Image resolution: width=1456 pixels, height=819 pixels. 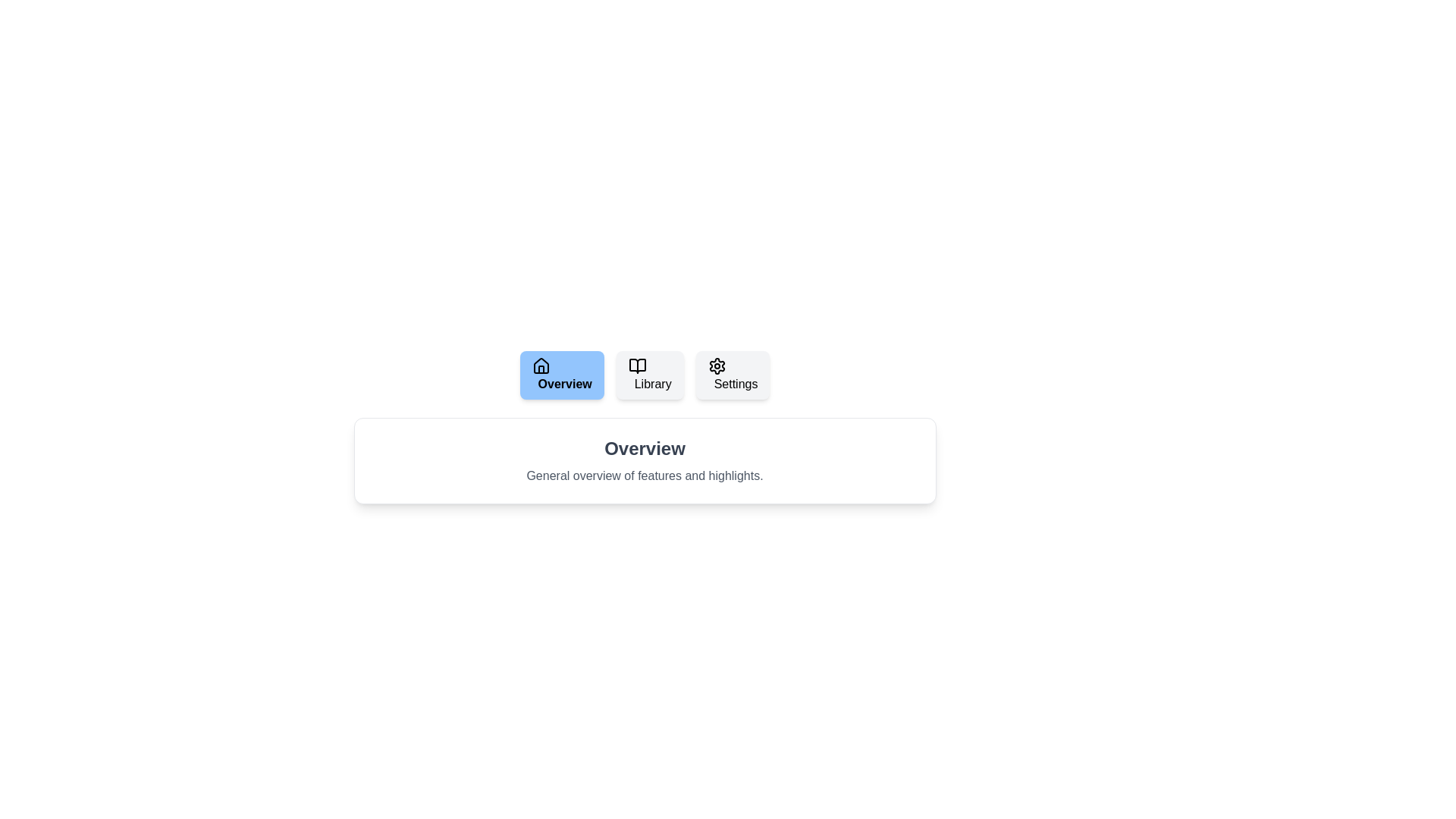 What do you see at coordinates (561, 375) in the screenshot?
I see `the tab labeled Overview to switch to that tab` at bounding box center [561, 375].